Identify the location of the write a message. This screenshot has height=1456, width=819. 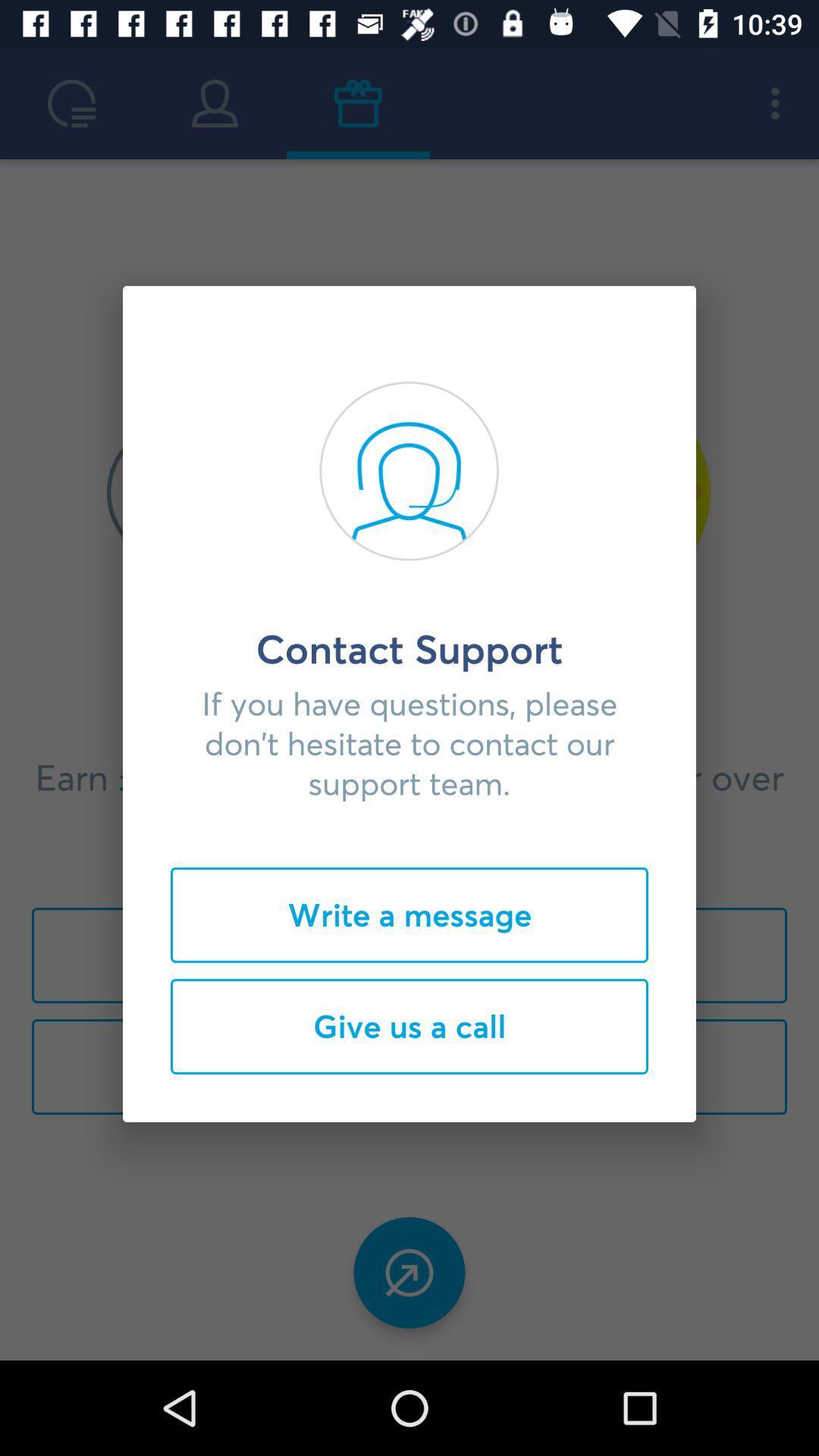
(409, 914).